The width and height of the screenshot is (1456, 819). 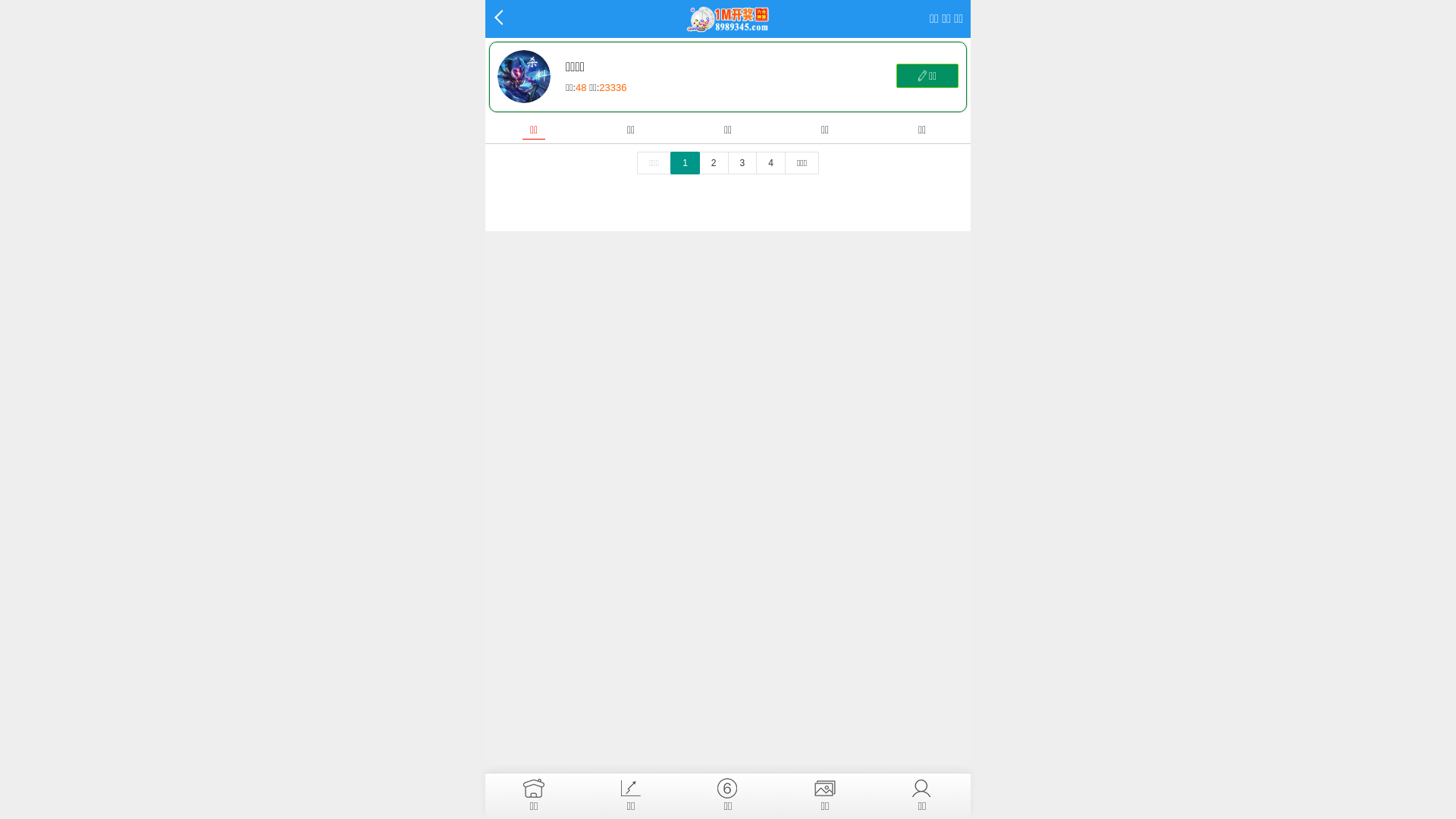 I want to click on '4', so click(x=770, y=163).